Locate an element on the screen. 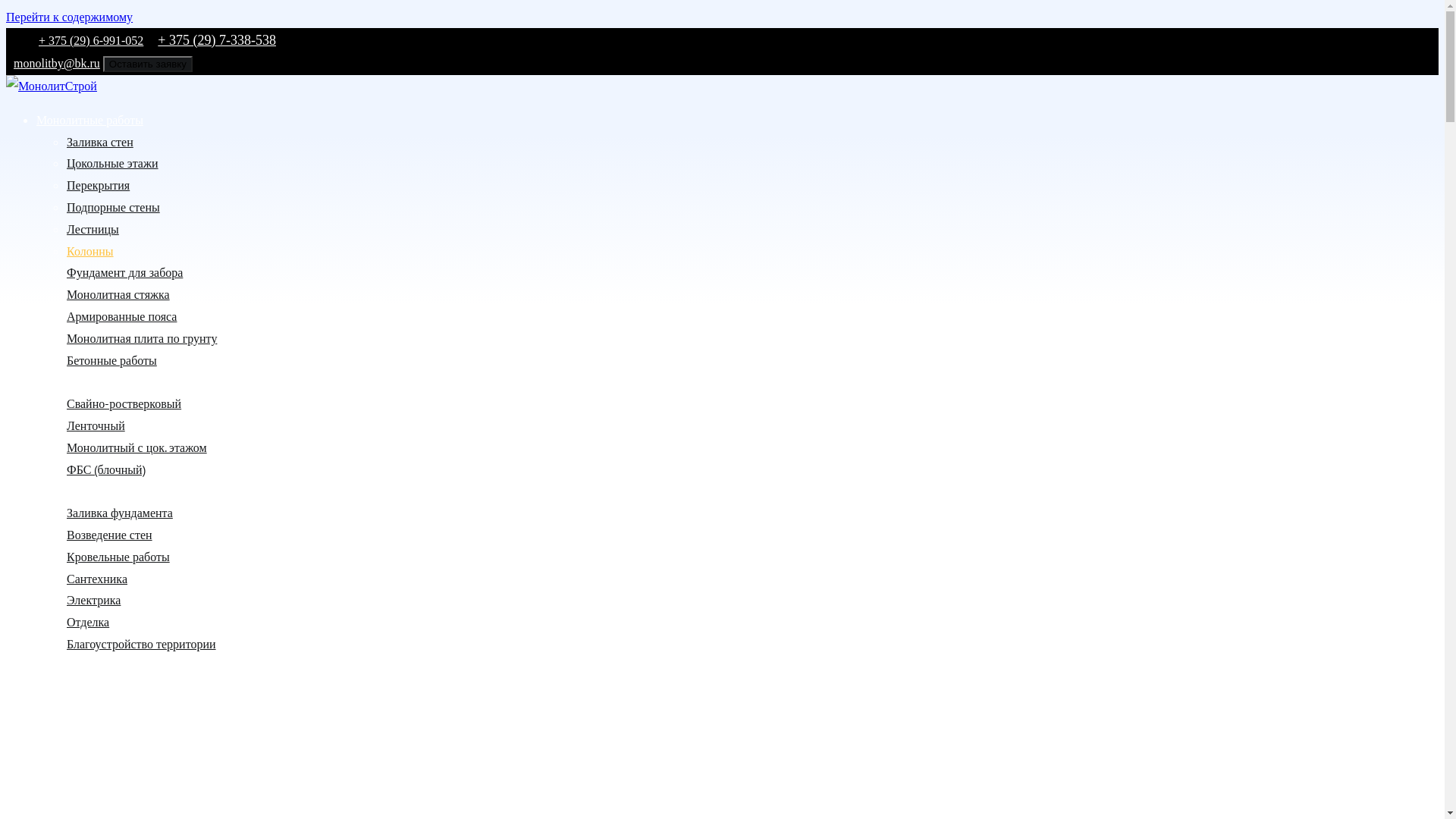 This screenshot has height=819, width=1456. 'monolitby@bk.ru' is located at coordinates (6, 62).